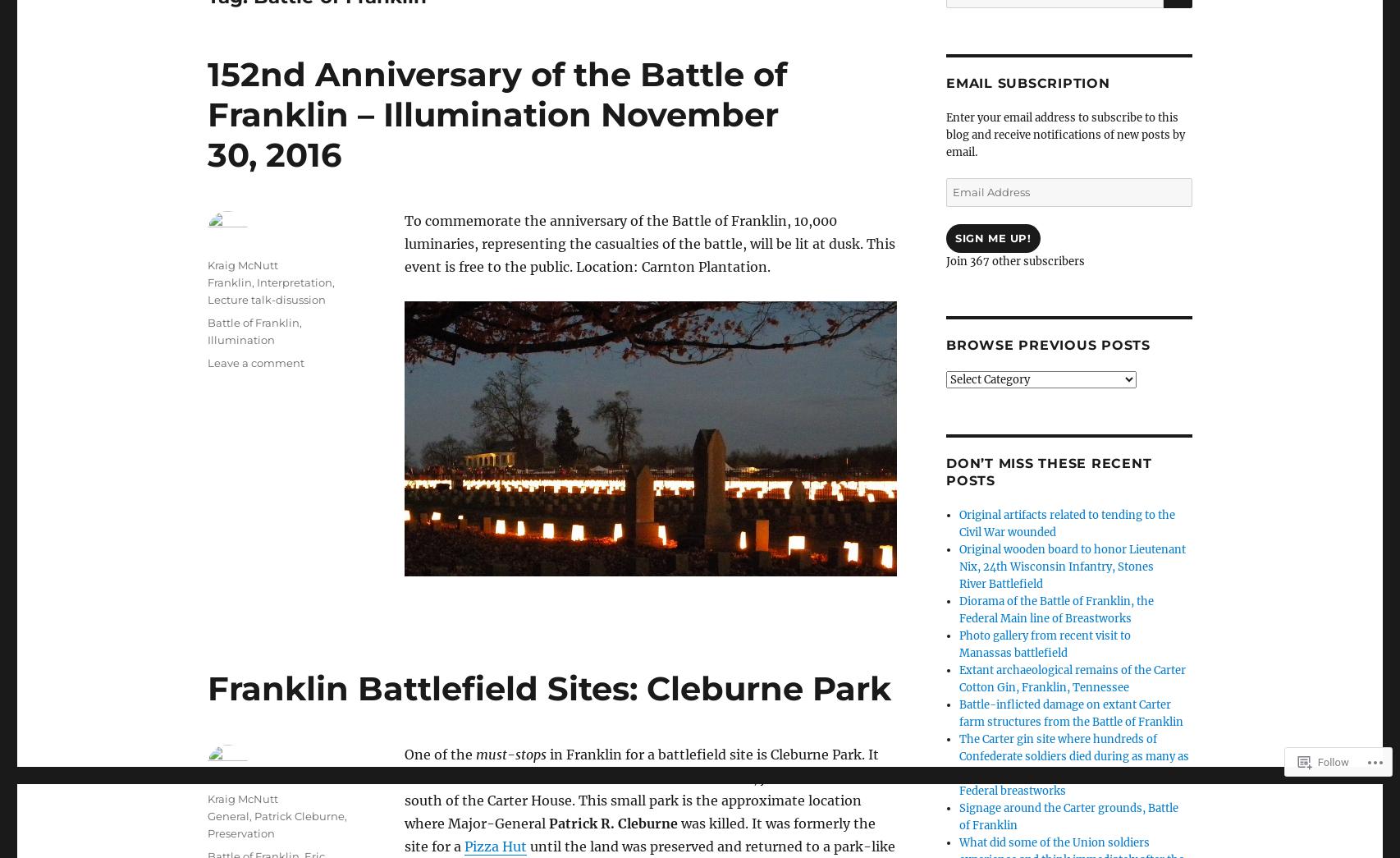  Describe the element at coordinates (1332, 761) in the screenshot. I see `'Follow'` at that location.